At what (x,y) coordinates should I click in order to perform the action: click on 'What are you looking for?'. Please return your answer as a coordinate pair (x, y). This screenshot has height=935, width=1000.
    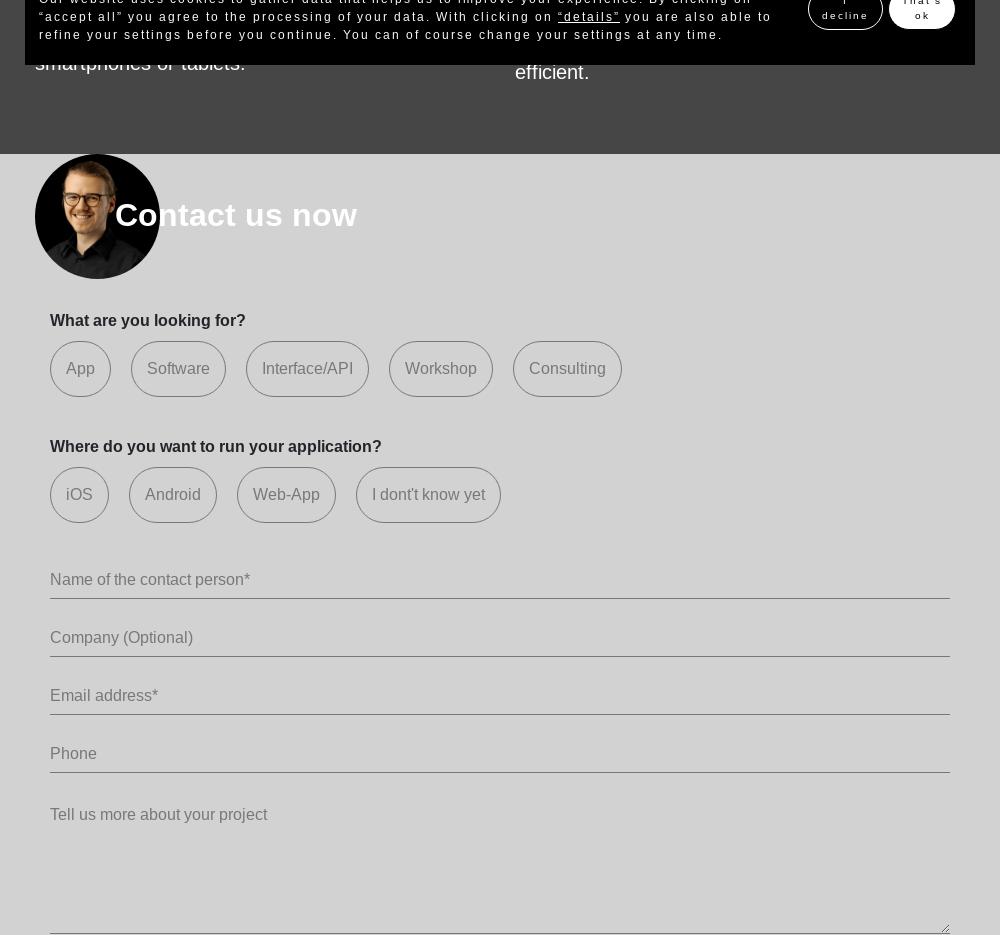
    Looking at the image, I should click on (50, 319).